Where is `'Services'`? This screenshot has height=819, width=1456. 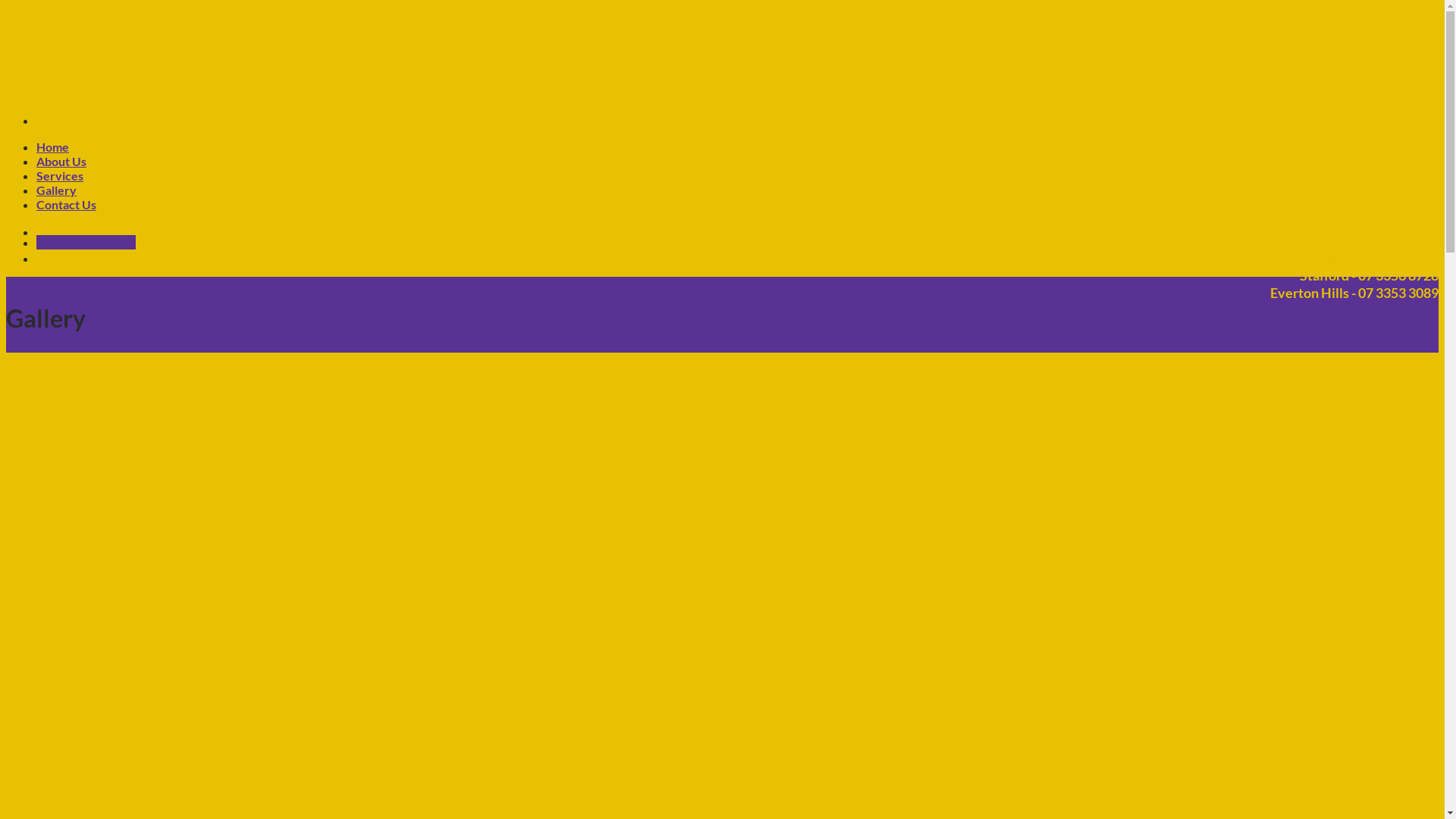
'Services' is located at coordinates (59, 174).